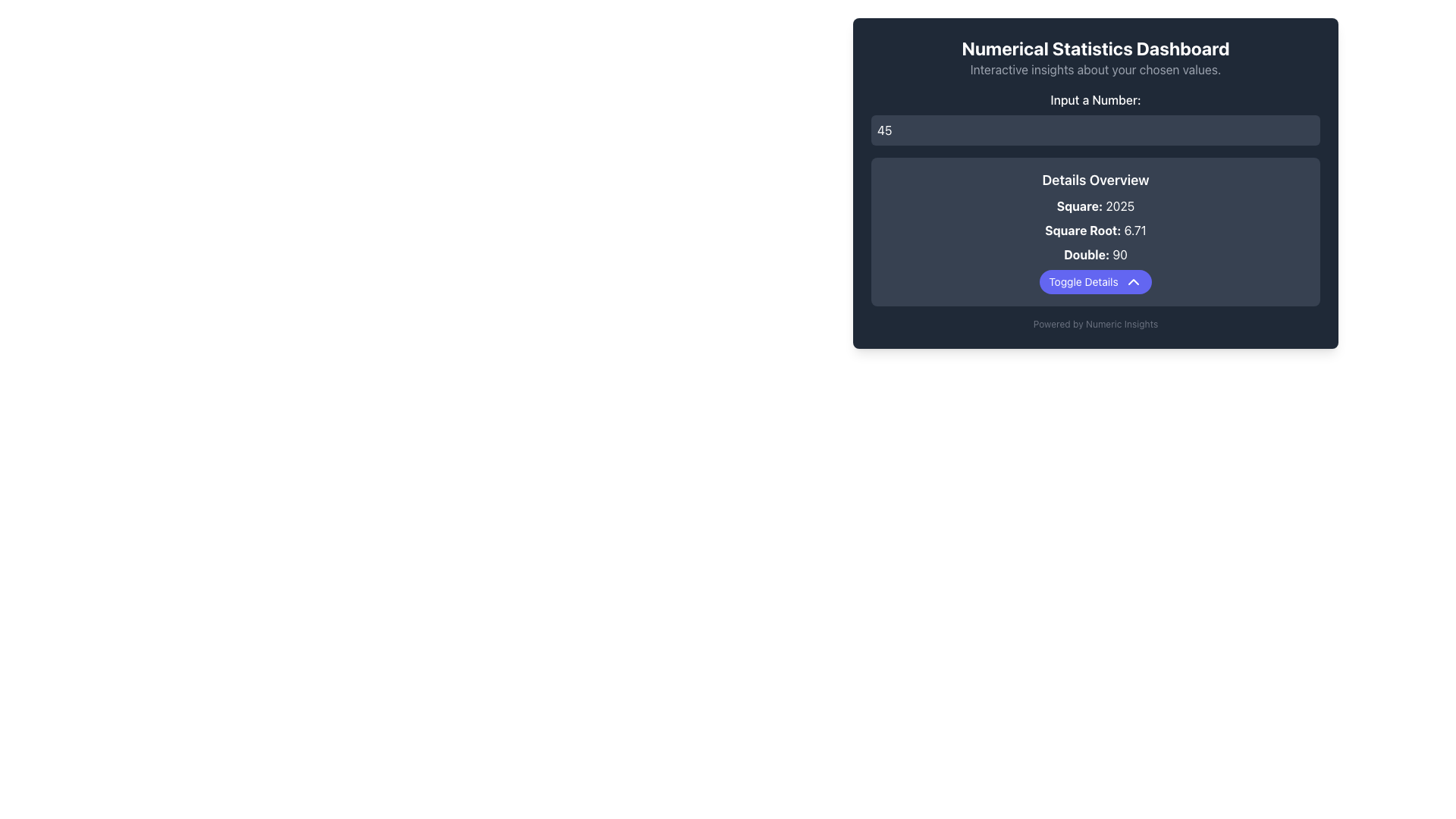  I want to click on the Text Label that indicates the significance of the adjacent data ('6.71'), located in the 'Details Overview' section, below the 'Square: 2025' label and above the 'Double: 90' label, so click(1082, 231).